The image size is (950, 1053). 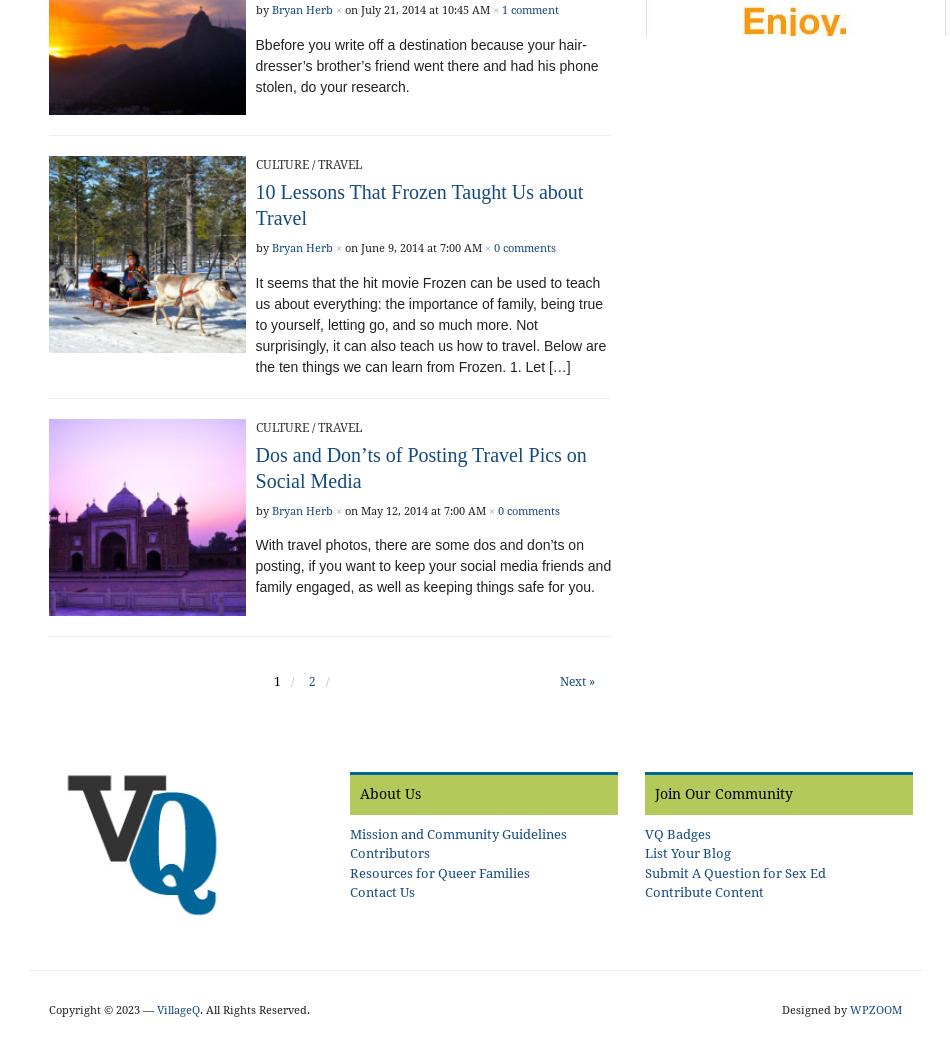 What do you see at coordinates (415, 10) in the screenshot?
I see `'on July 21, 2014 at 10:45 AM'` at bounding box center [415, 10].